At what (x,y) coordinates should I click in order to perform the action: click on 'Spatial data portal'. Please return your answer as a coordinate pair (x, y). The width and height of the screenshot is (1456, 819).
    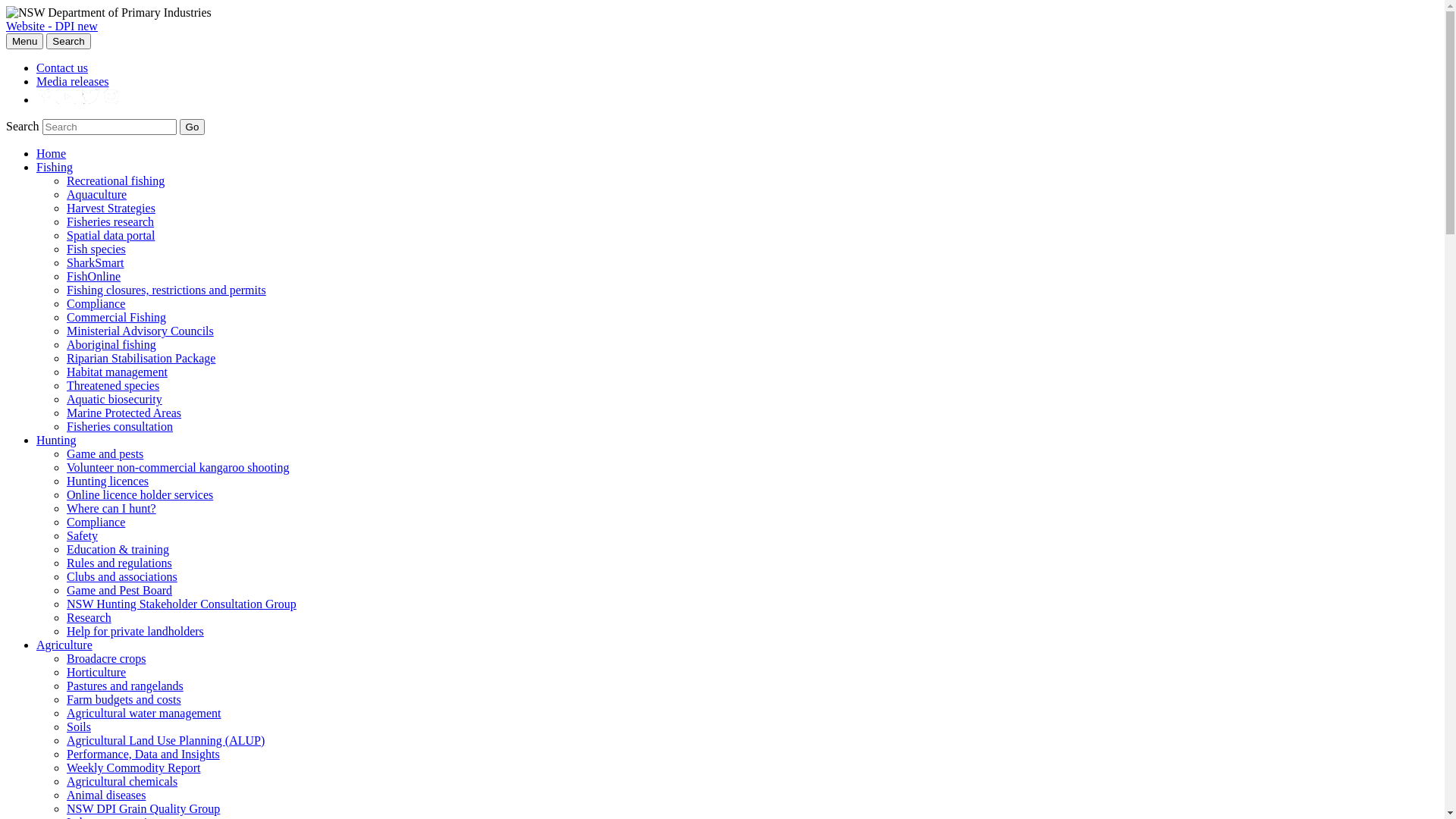
    Looking at the image, I should click on (109, 235).